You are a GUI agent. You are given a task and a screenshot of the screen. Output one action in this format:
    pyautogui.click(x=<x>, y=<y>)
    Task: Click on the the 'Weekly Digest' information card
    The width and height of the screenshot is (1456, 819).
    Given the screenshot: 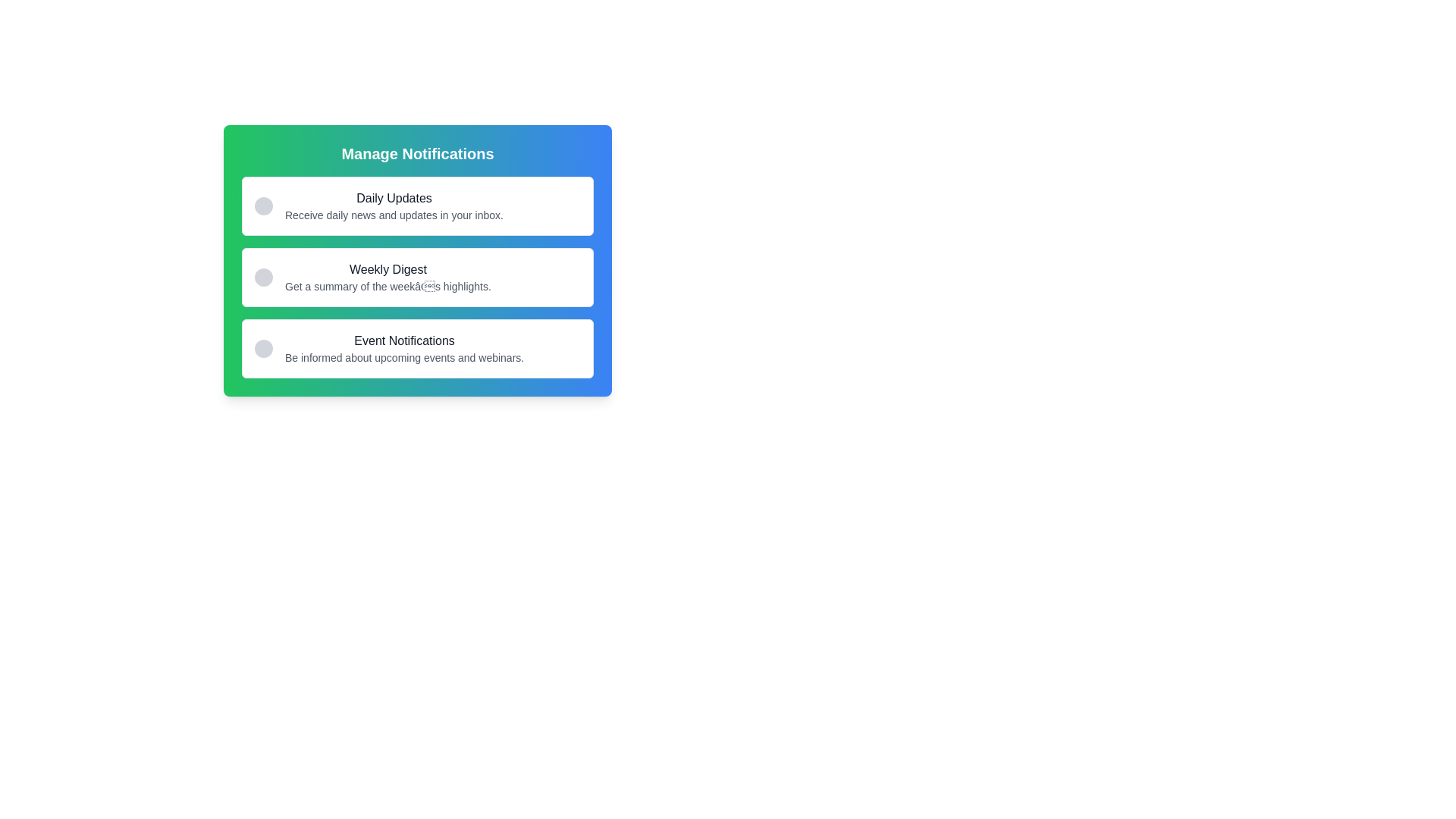 What is the action you would take?
    pyautogui.click(x=418, y=259)
    